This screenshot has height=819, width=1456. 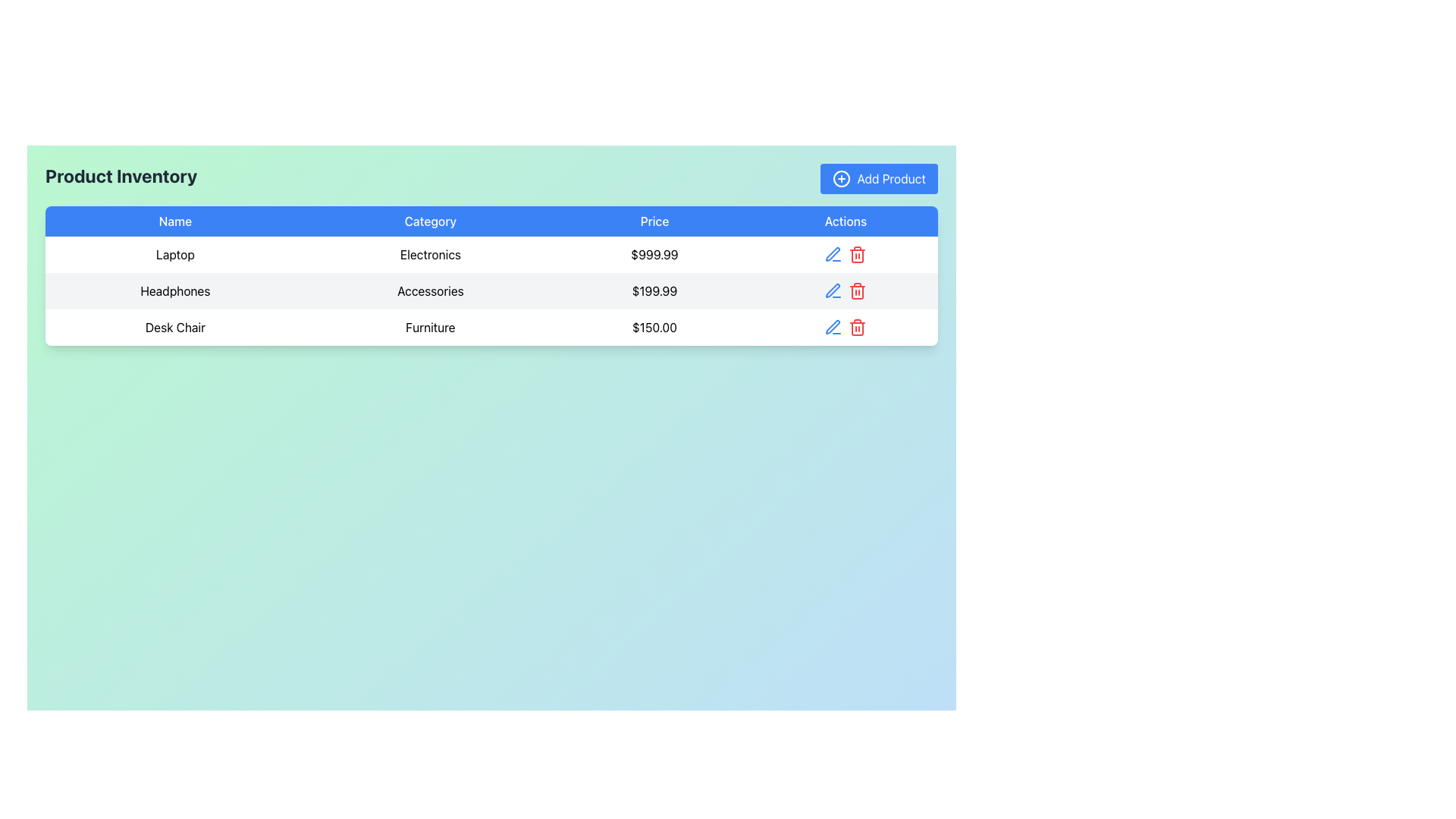 What do you see at coordinates (858, 291) in the screenshot?
I see `the delete button located in the Actions column of the second row, which is associated with the product entry 'Headphones', to initiate the delete action` at bounding box center [858, 291].